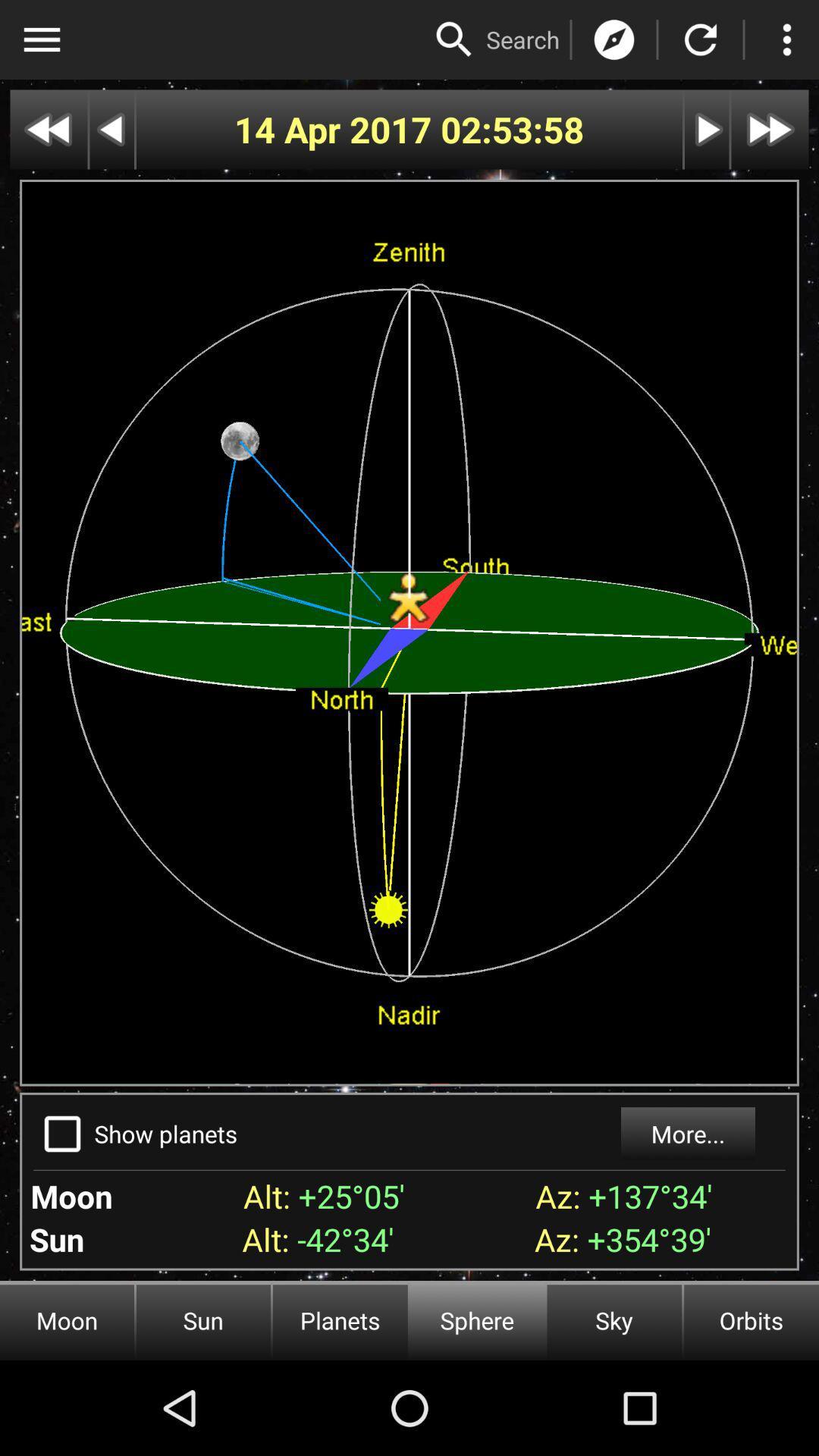  I want to click on any one, so click(453, 39).